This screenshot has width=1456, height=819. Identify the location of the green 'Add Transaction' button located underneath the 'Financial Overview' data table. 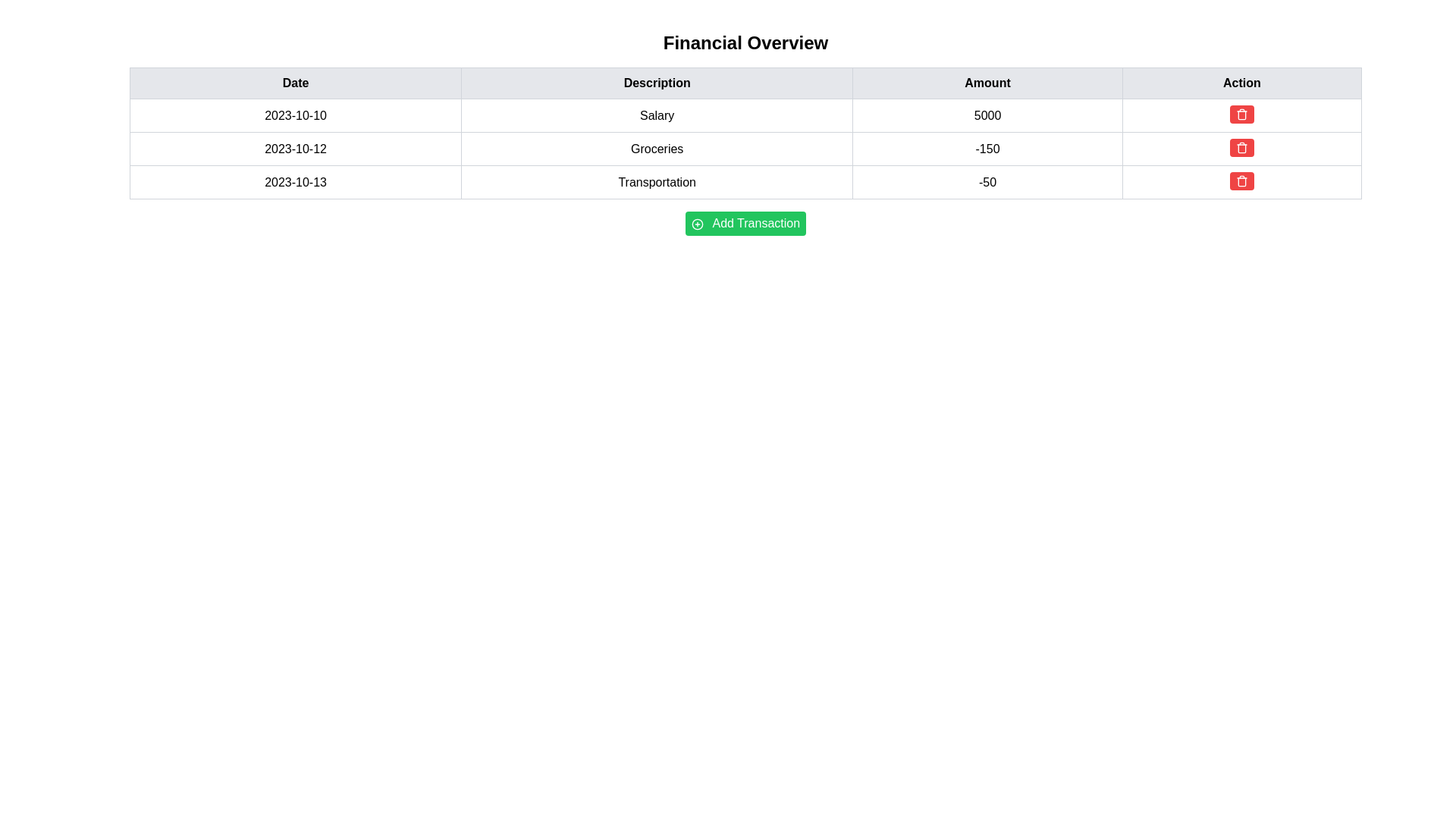
(745, 223).